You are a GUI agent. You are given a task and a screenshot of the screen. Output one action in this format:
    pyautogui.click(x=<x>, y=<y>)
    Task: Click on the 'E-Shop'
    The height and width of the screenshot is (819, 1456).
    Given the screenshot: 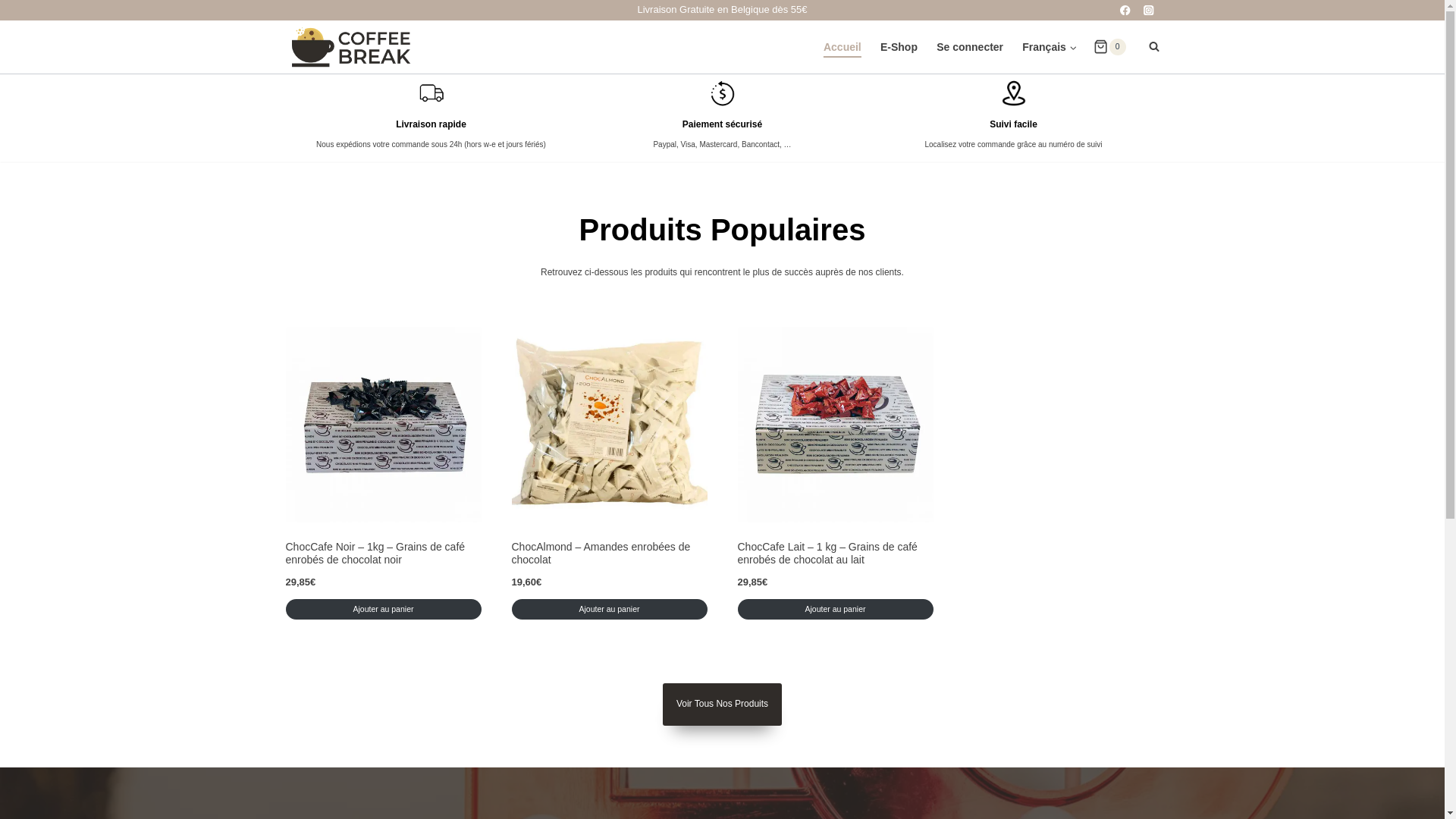 What is the action you would take?
    pyautogui.click(x=899, y=45)
    